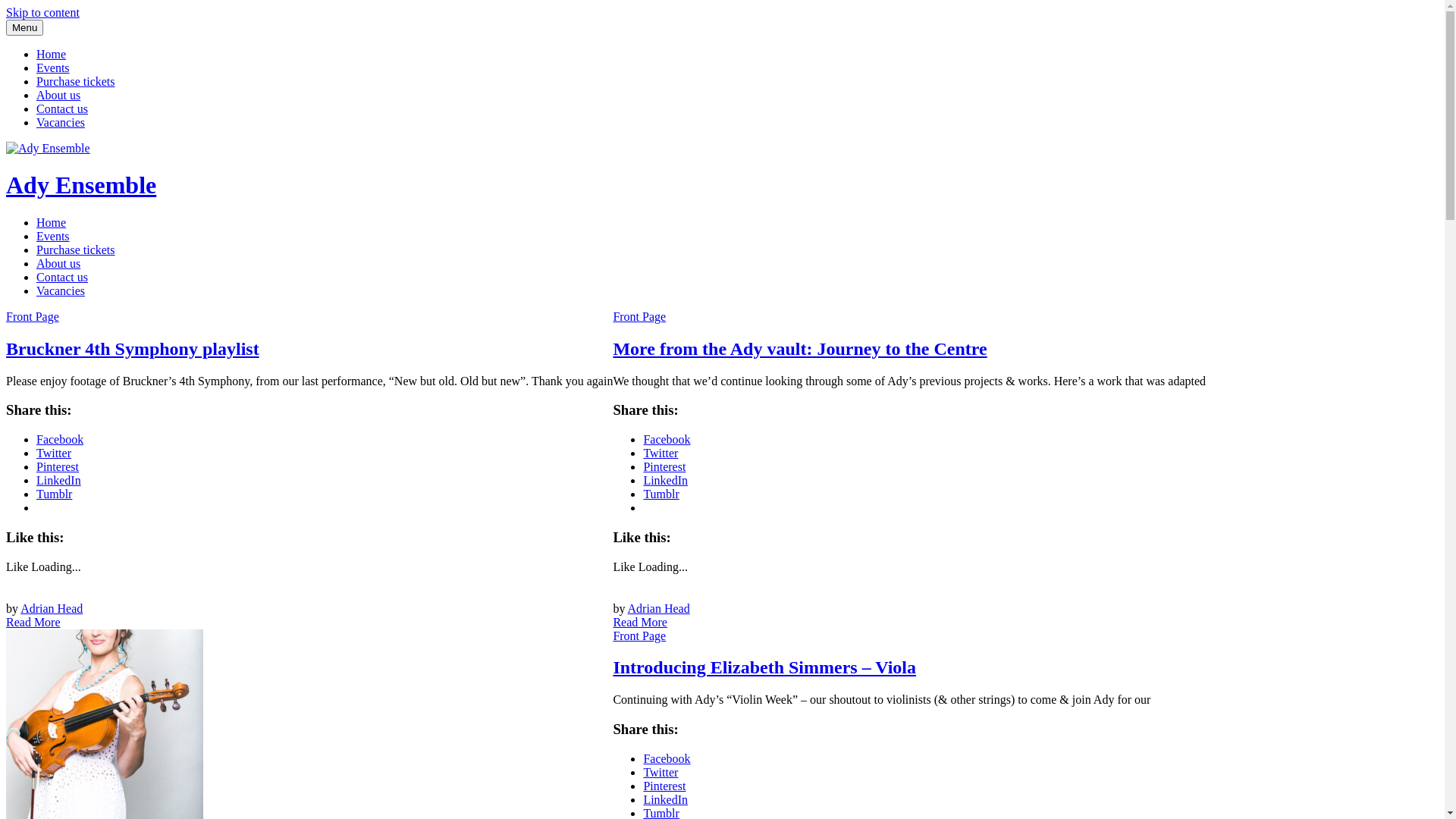 The width and height of the screenshot is (1456, 819). I want to click on 'LinkedIn', so click(665, 480).